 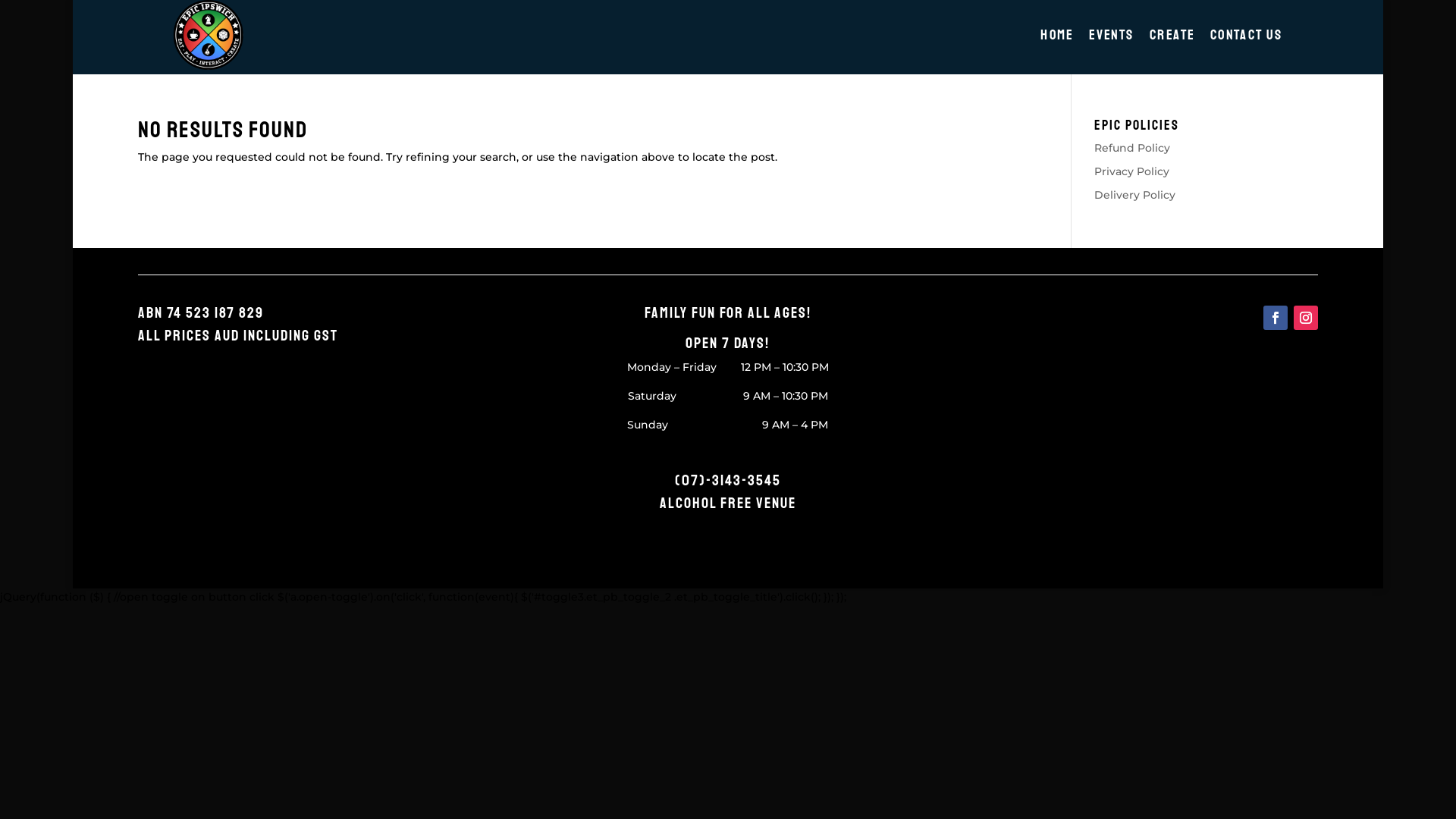 What do you see at coordinates (1112, 36) in the screenshot?
I see `'Events'` at bounding box center [1112, 36].